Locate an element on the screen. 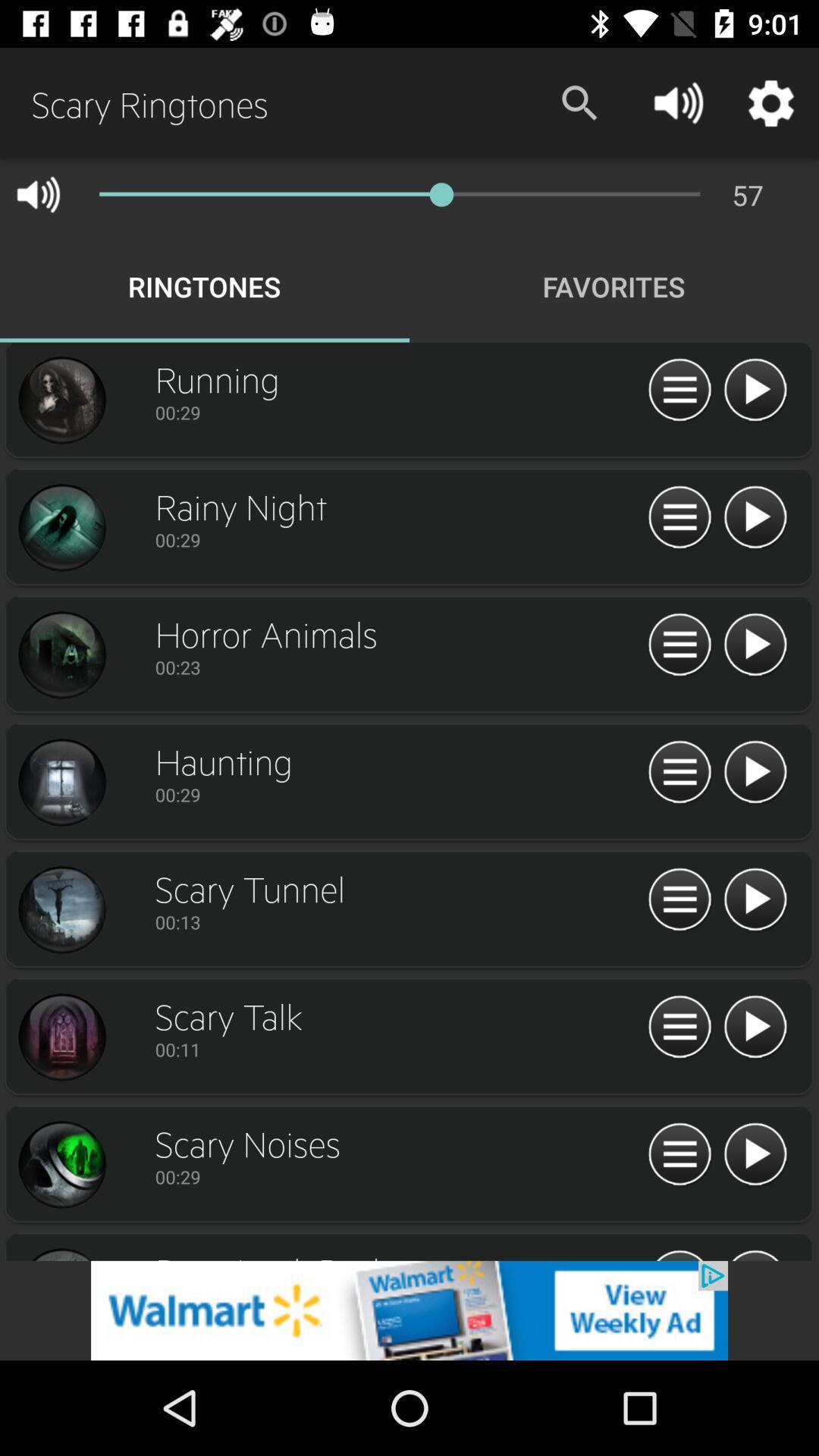 Image resolution: width=819 pixels, height=1456 pixels. this audio is located at coordinates (755, 900).